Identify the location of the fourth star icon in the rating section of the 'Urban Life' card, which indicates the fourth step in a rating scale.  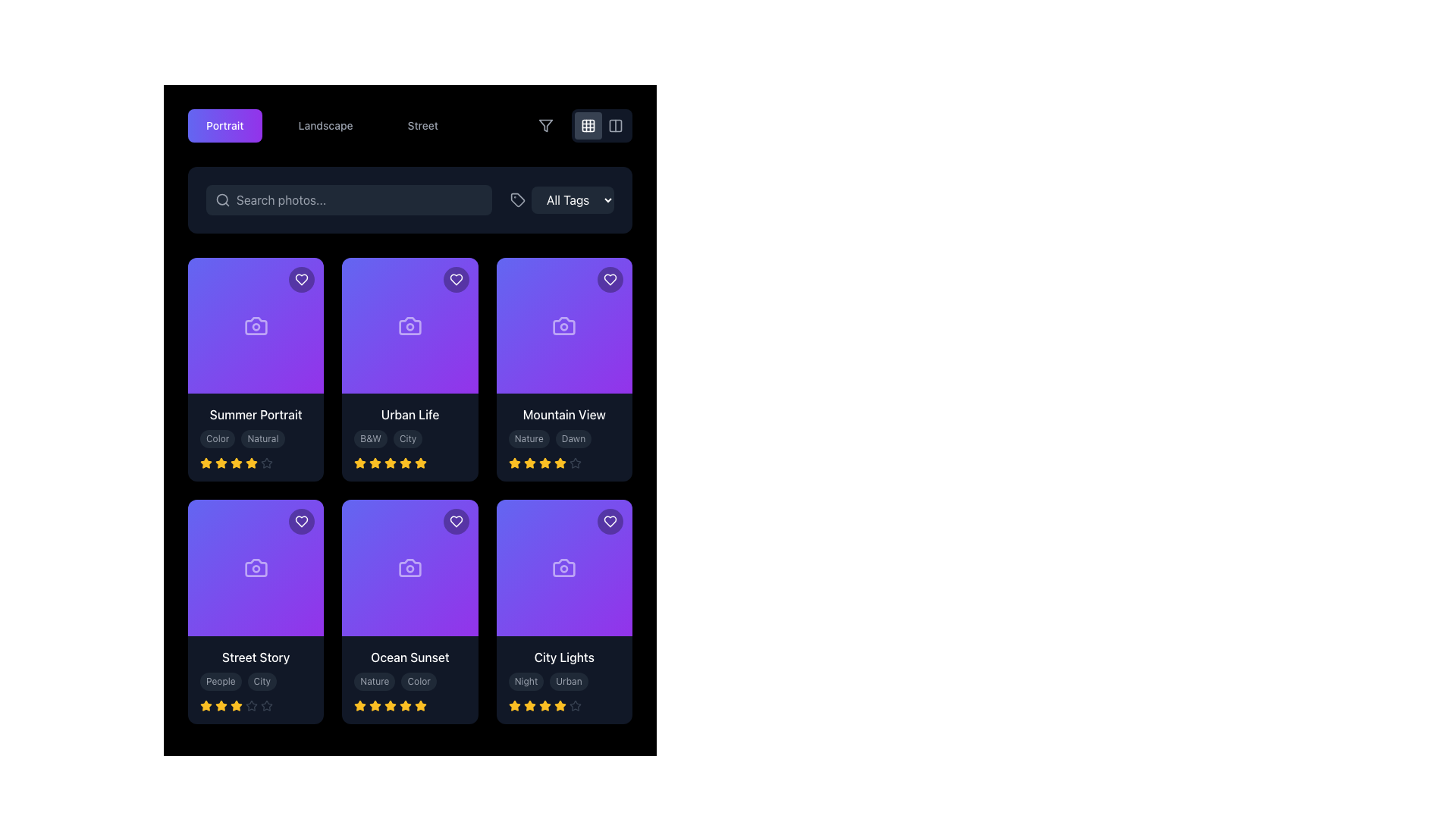
(421, 463).